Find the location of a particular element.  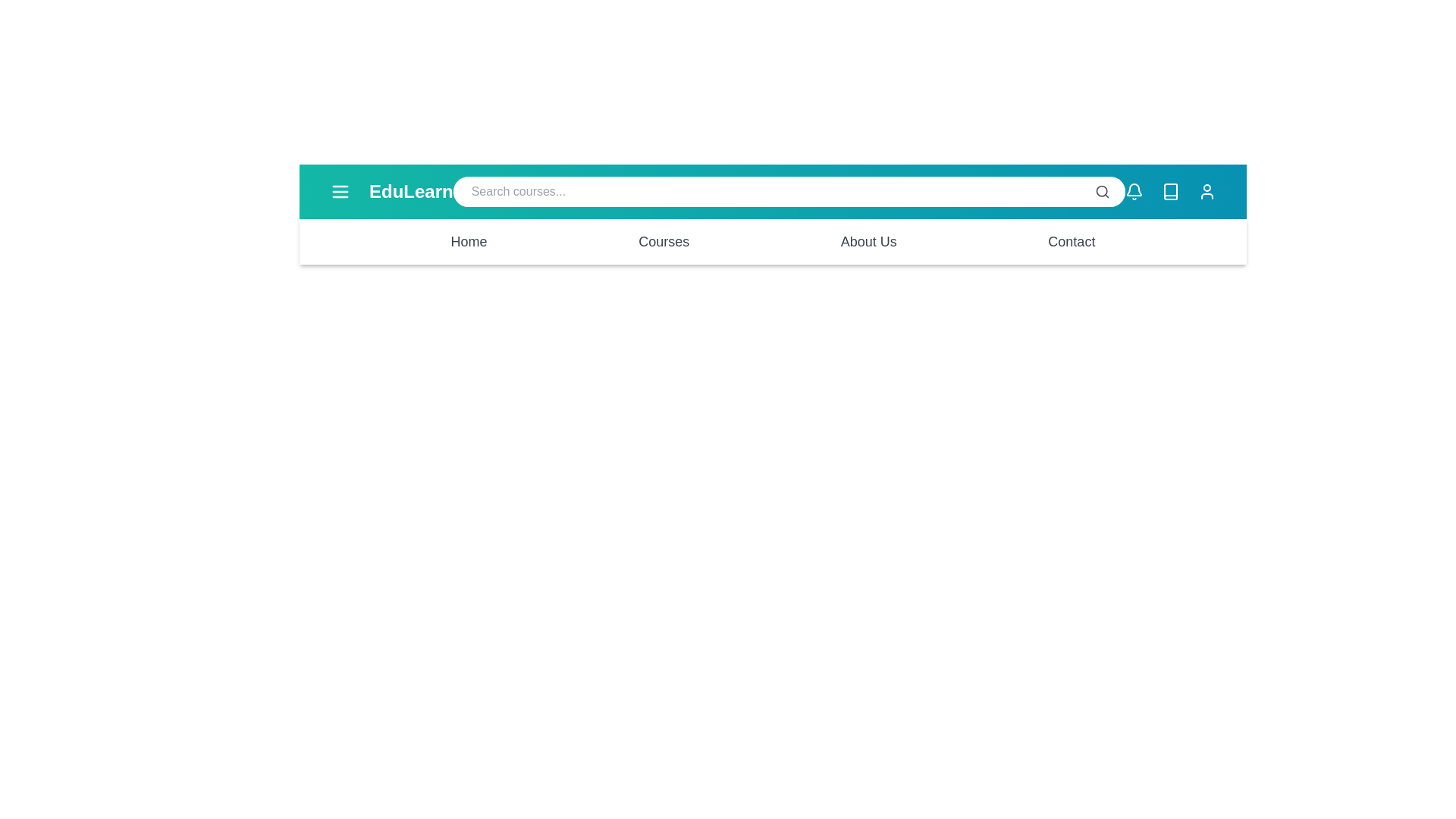

the 'Courses' menu item to navigate to the 'Courses' section is located at coordinates (664, 241).